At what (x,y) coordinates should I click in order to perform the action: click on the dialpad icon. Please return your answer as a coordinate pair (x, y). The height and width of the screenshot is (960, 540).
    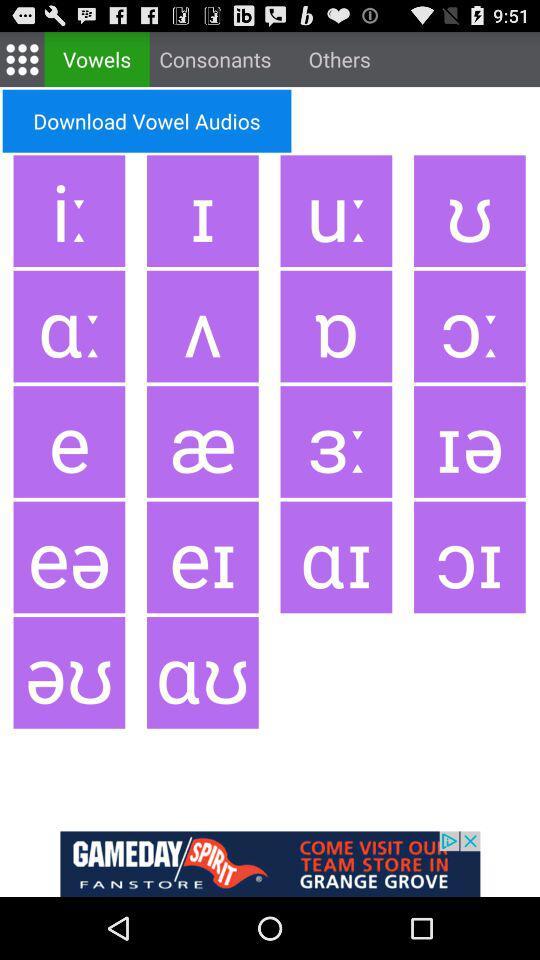
    Looking at the image, I should click on (21, 63).